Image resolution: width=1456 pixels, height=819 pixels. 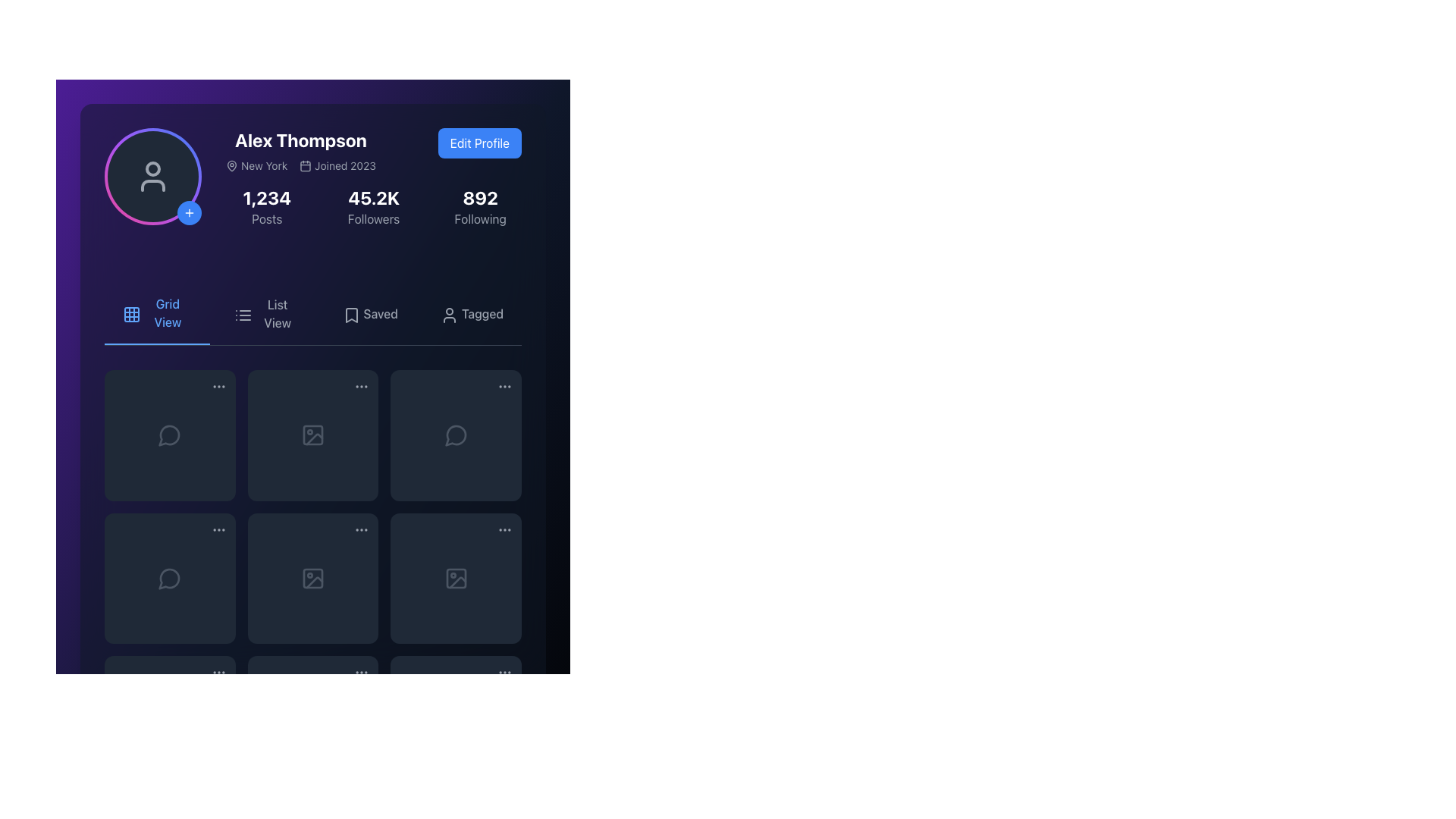 What do you see at coordinates (505, 386) in the screenshot?
I see `the icon-based interactive trigger located in the top-right corner of the grid cell` at bounding box center [505, 386].